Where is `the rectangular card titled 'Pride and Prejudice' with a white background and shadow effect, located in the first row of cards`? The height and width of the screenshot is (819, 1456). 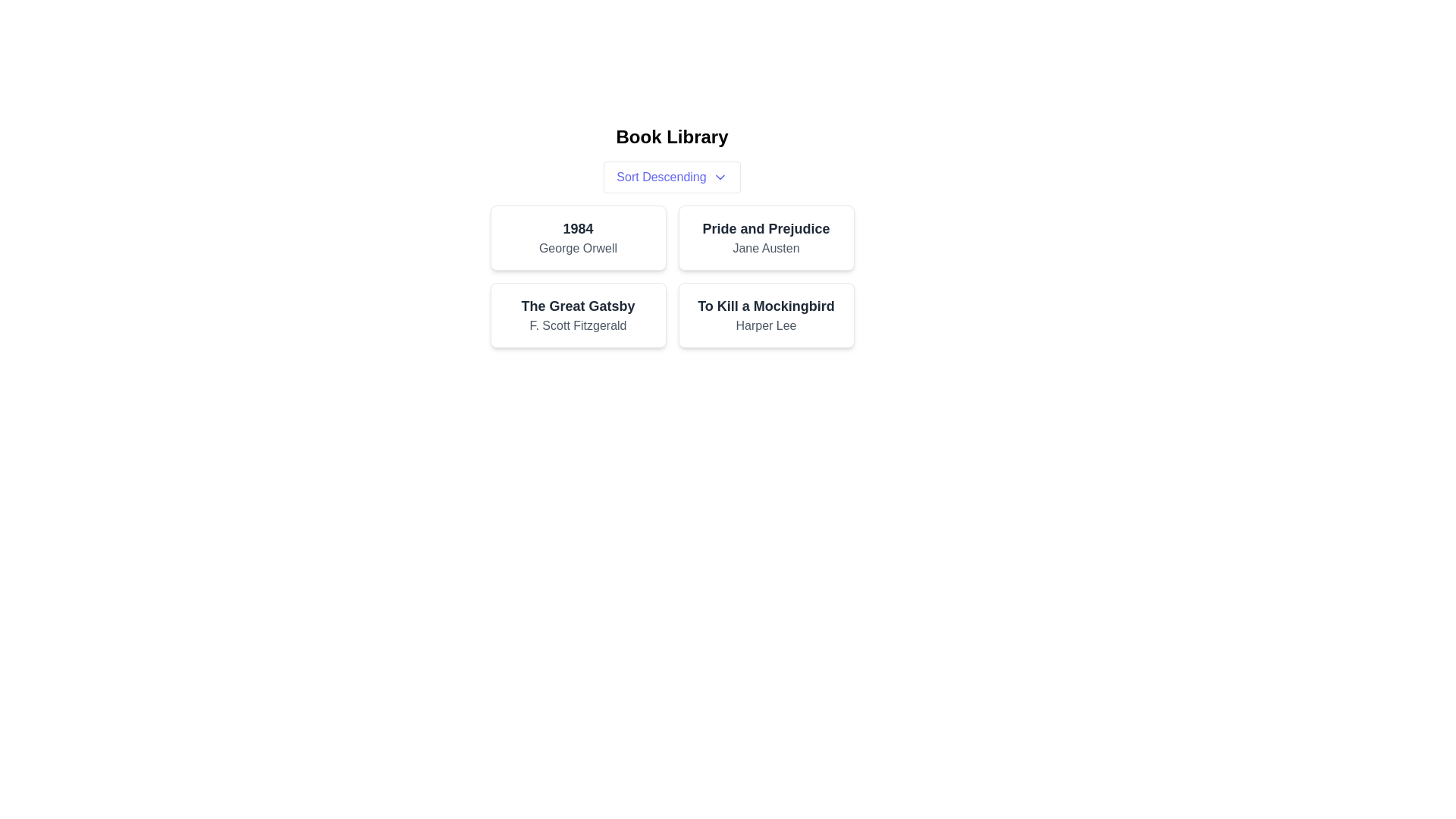
the rectangular card titled 'Pride and Prejudice' with a white background and shadow effect, located in the first row of cards is located at coordinates (766, 237).